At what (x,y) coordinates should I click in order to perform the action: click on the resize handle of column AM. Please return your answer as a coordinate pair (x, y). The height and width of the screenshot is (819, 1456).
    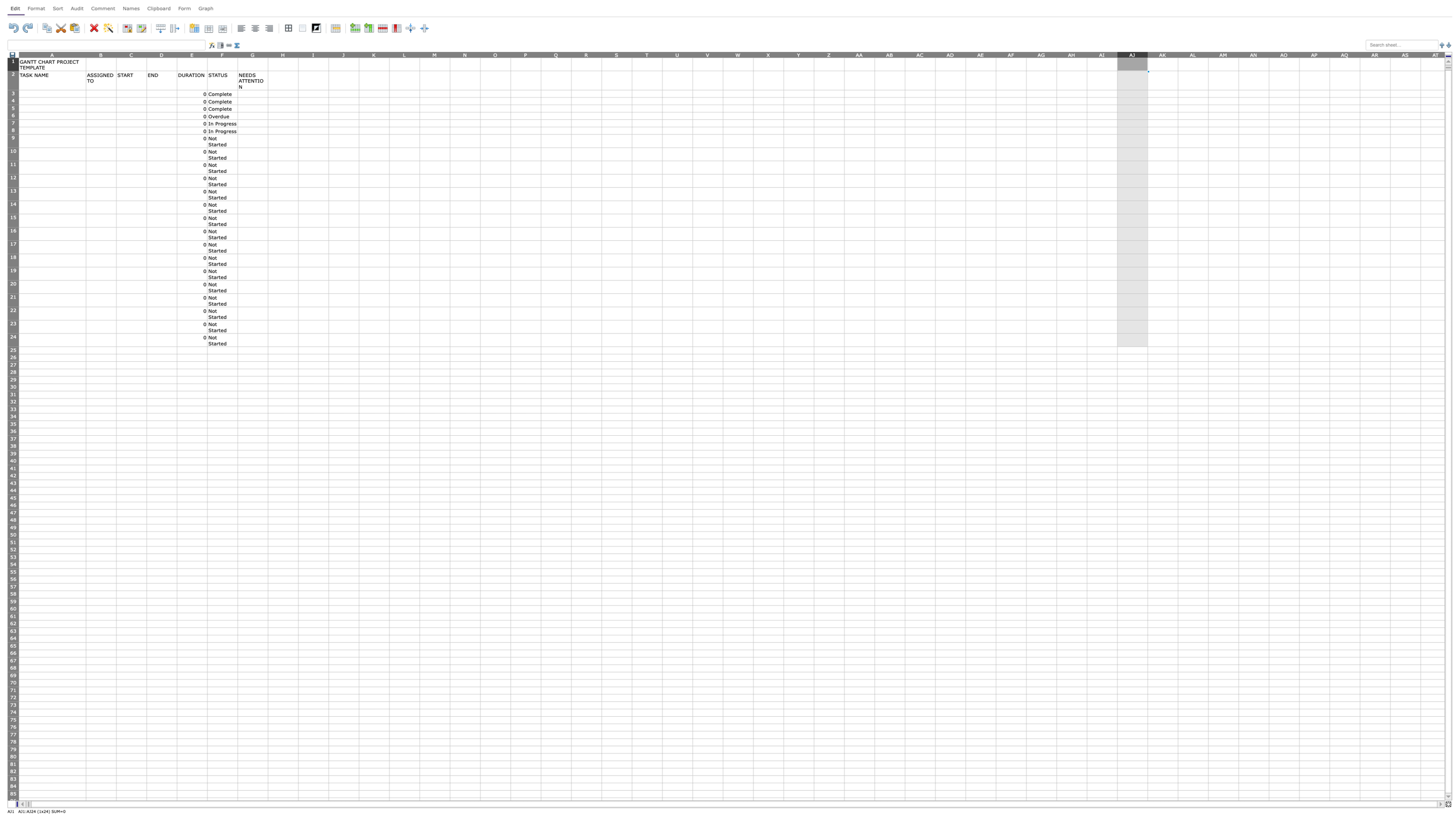
    Looking at the image, I should click on (1238, 54).